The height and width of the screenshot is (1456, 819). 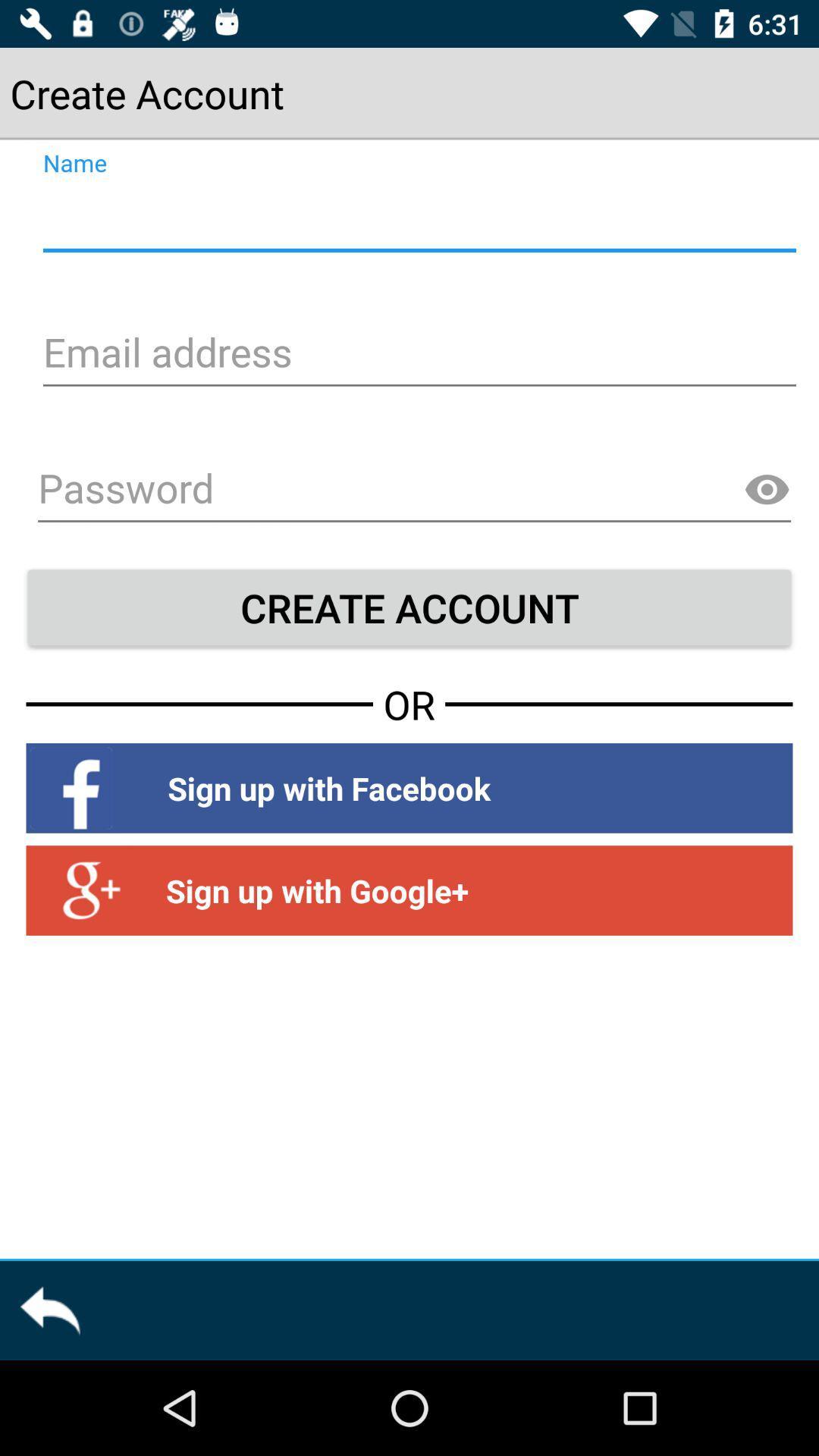 What do you see at coordinates (417, 218) in the screenshot?
I see `name for account creation` at bounding box center [417, 218].